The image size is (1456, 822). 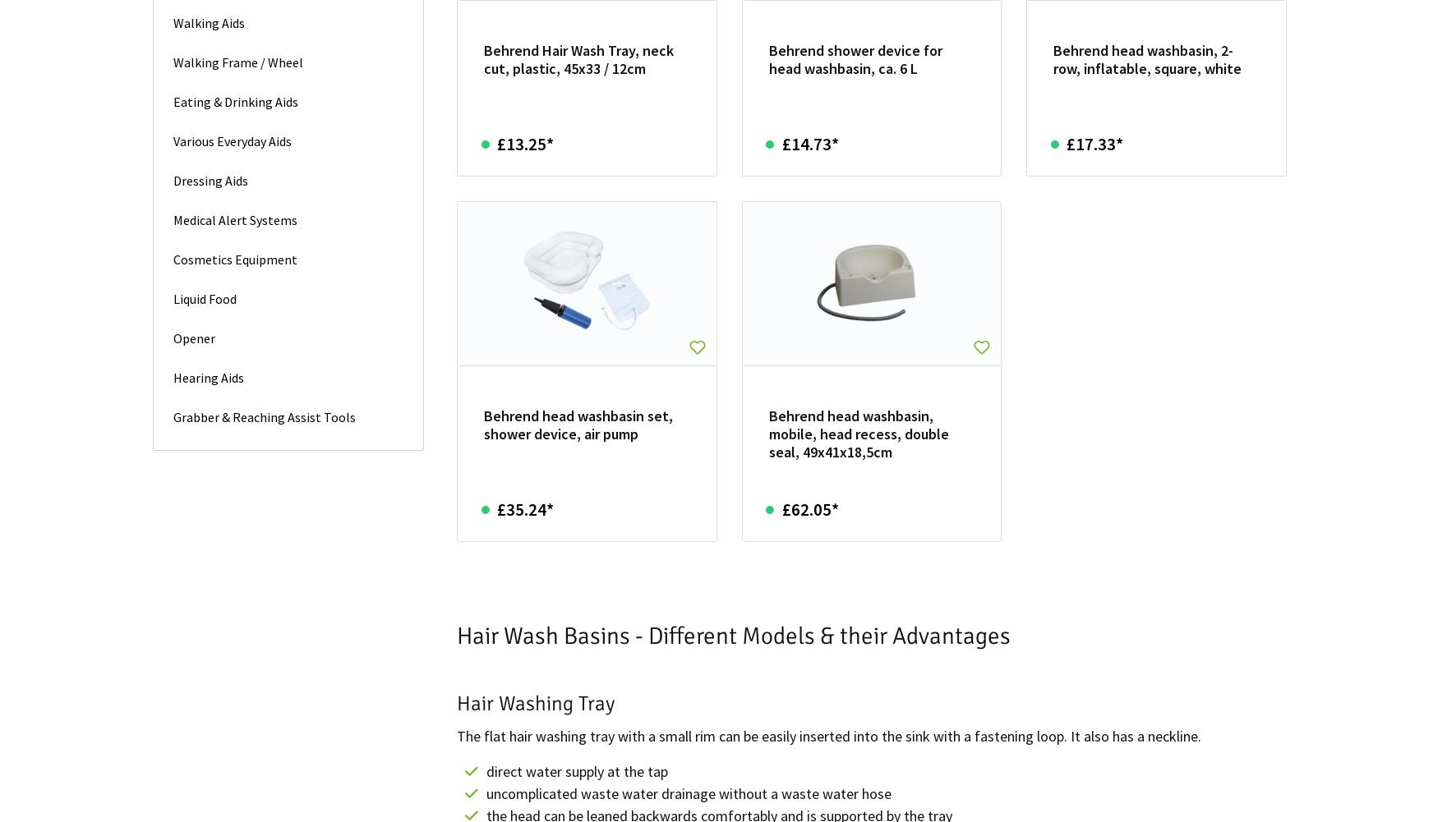 I want to click on 'direct water supply at the tap', so click(x=576, y=769).